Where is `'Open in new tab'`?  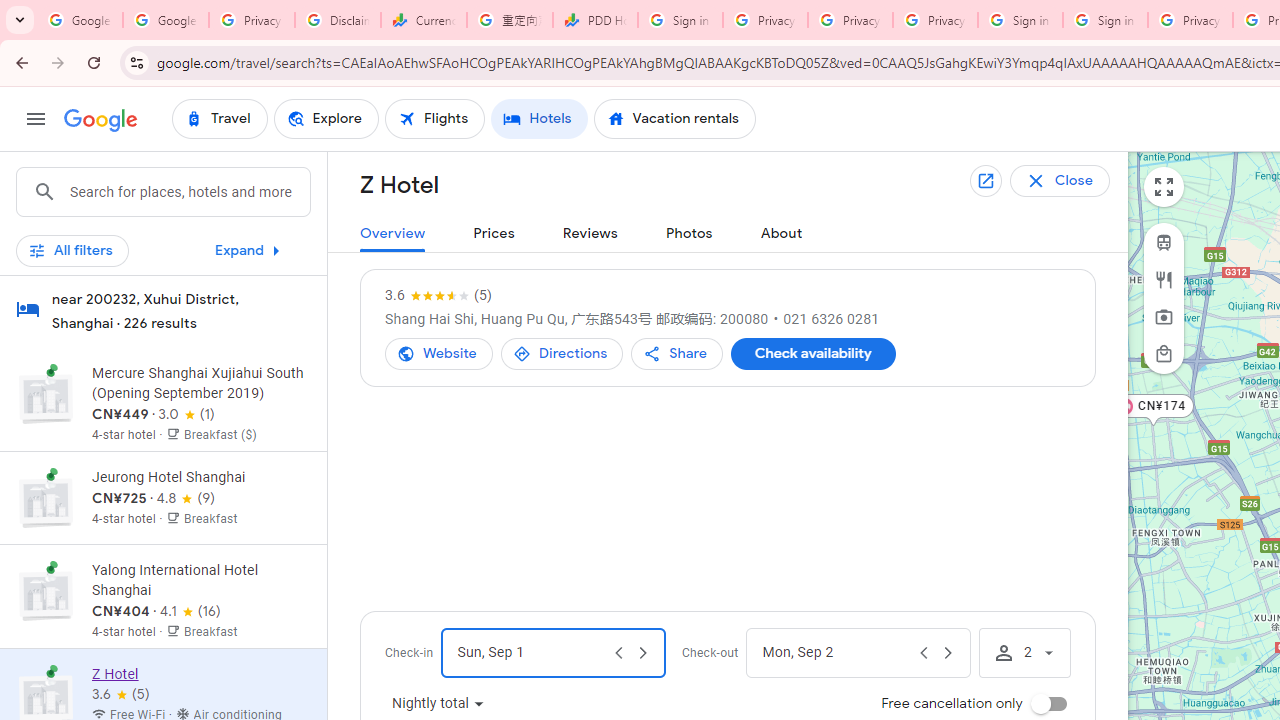
'Open in new tab' is located at coordinates (985, 181).